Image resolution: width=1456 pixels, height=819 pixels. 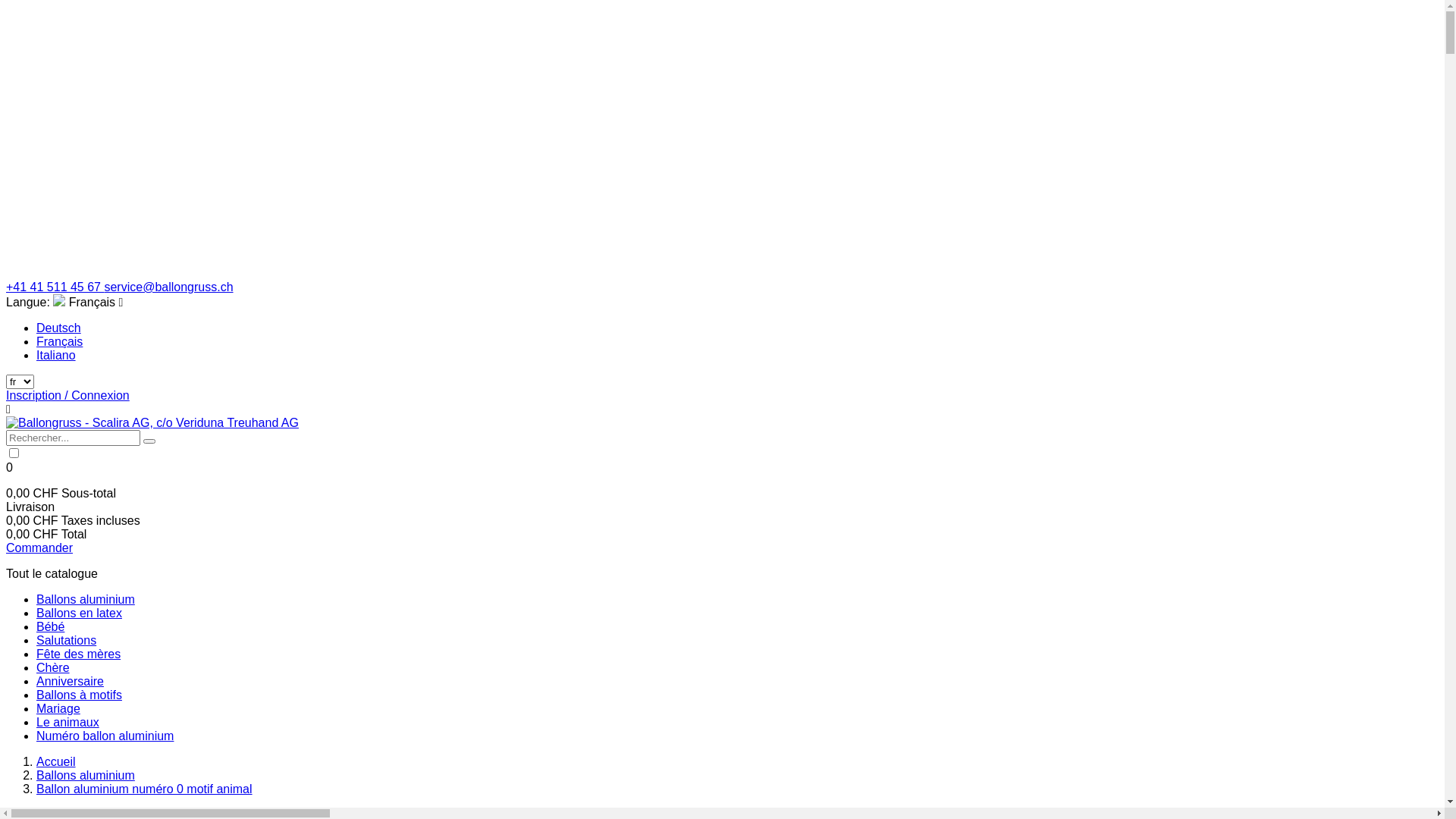 I want to click on 'Anniversaire', so click(x=69, y=680).